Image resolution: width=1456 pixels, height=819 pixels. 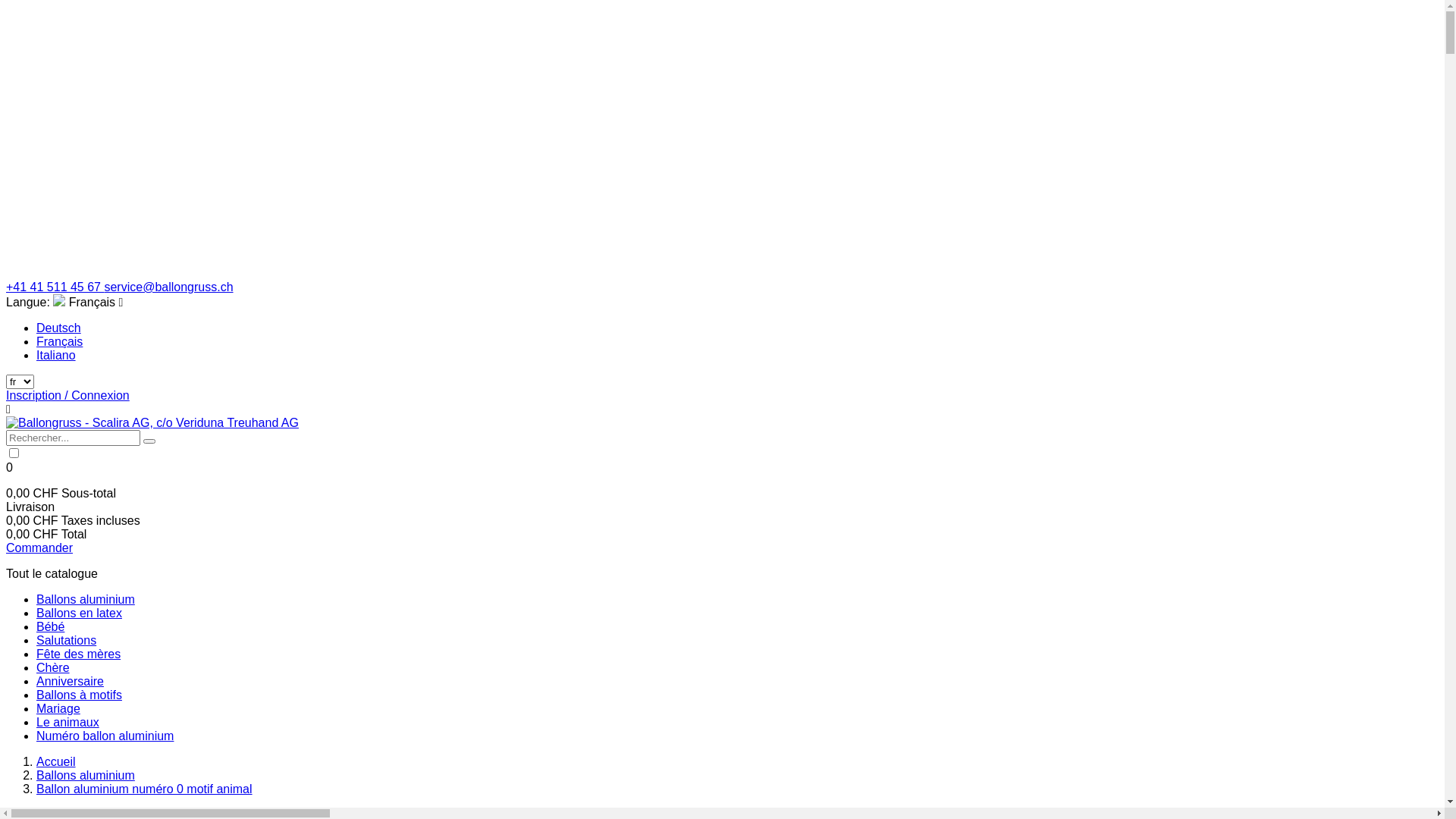 I want to click on 'Anniversaire', so click(x=69, y=680).